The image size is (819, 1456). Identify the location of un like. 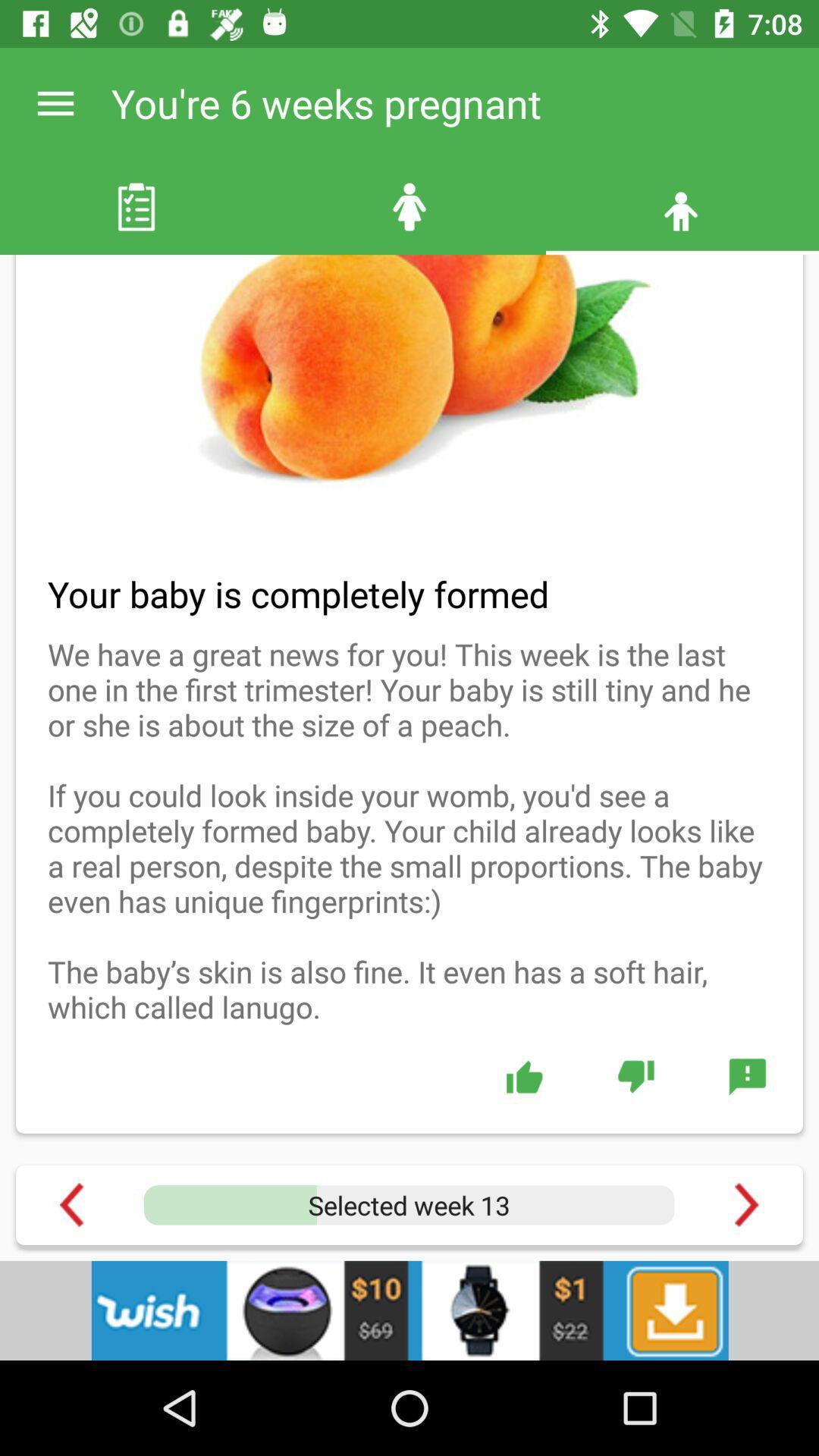
(635, 1075).